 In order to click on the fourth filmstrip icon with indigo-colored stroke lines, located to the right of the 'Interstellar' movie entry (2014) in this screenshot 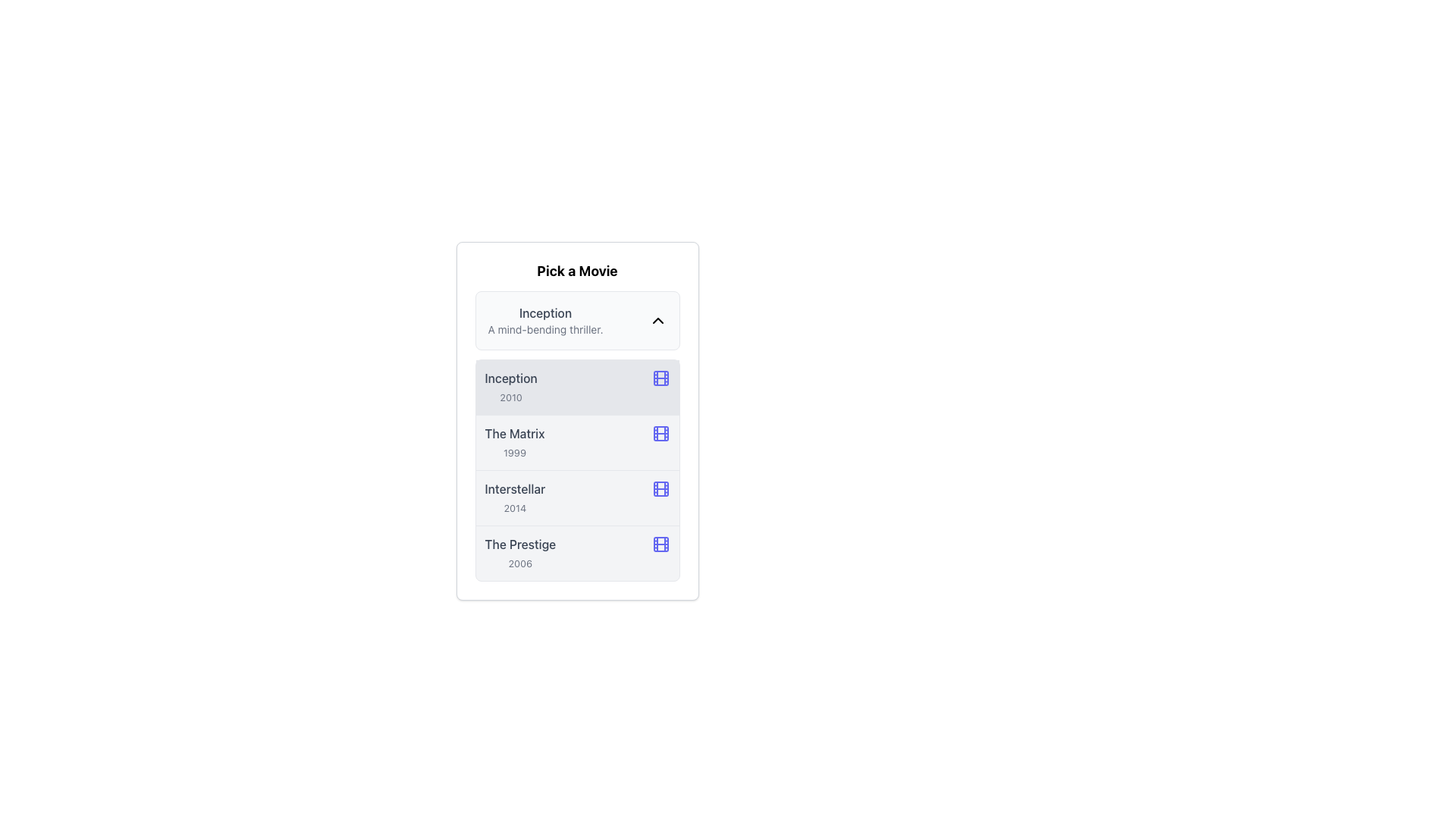, I will do `click(661, 488)`.